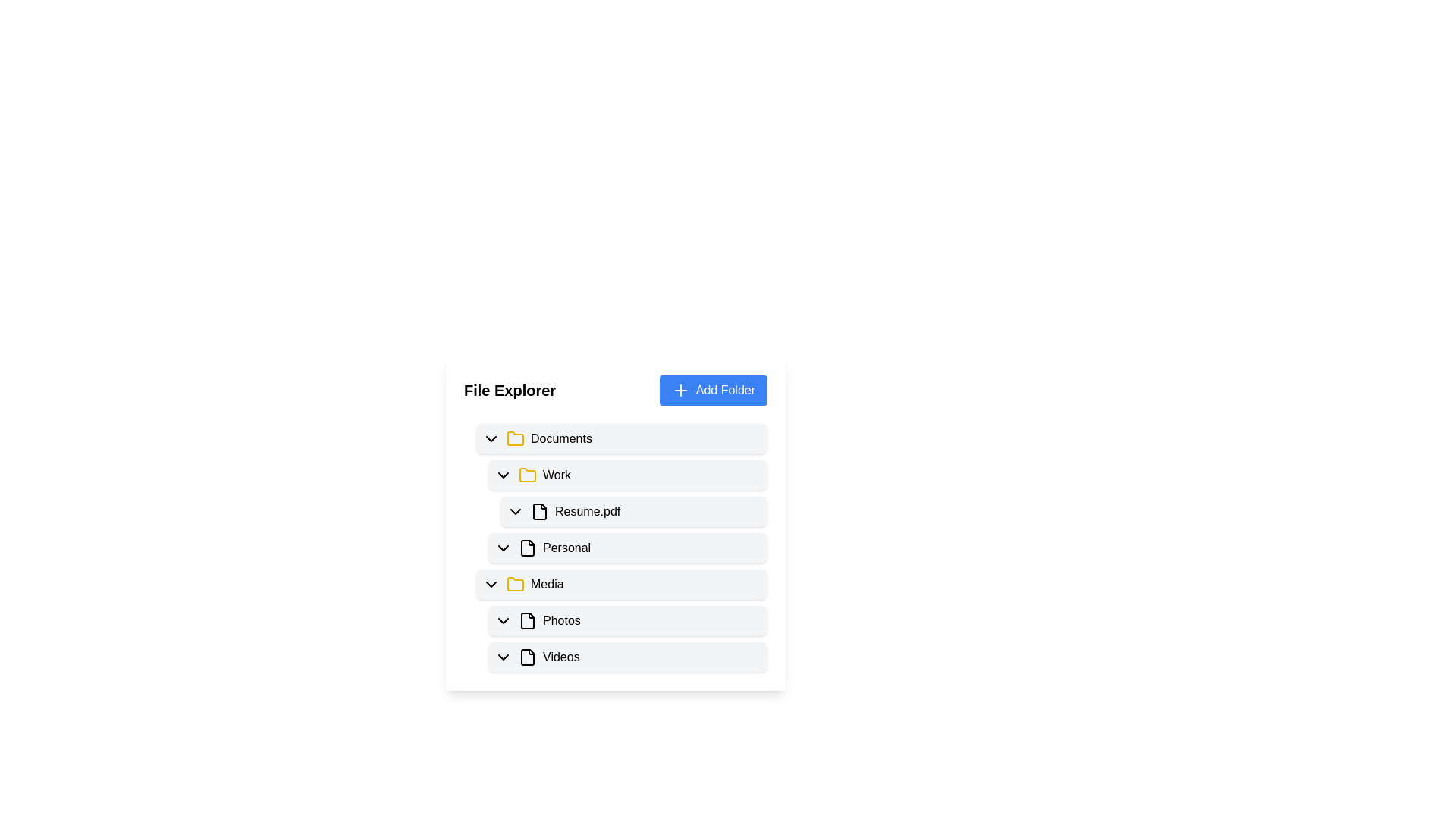 The width and height of the screenshot is (1456, 819). Describe the element at coordinates (528, 657) in the screenshot. I see `the Videos icon located at the bottom-most file entry of the File Explorer interface under the Media directory` at that location.